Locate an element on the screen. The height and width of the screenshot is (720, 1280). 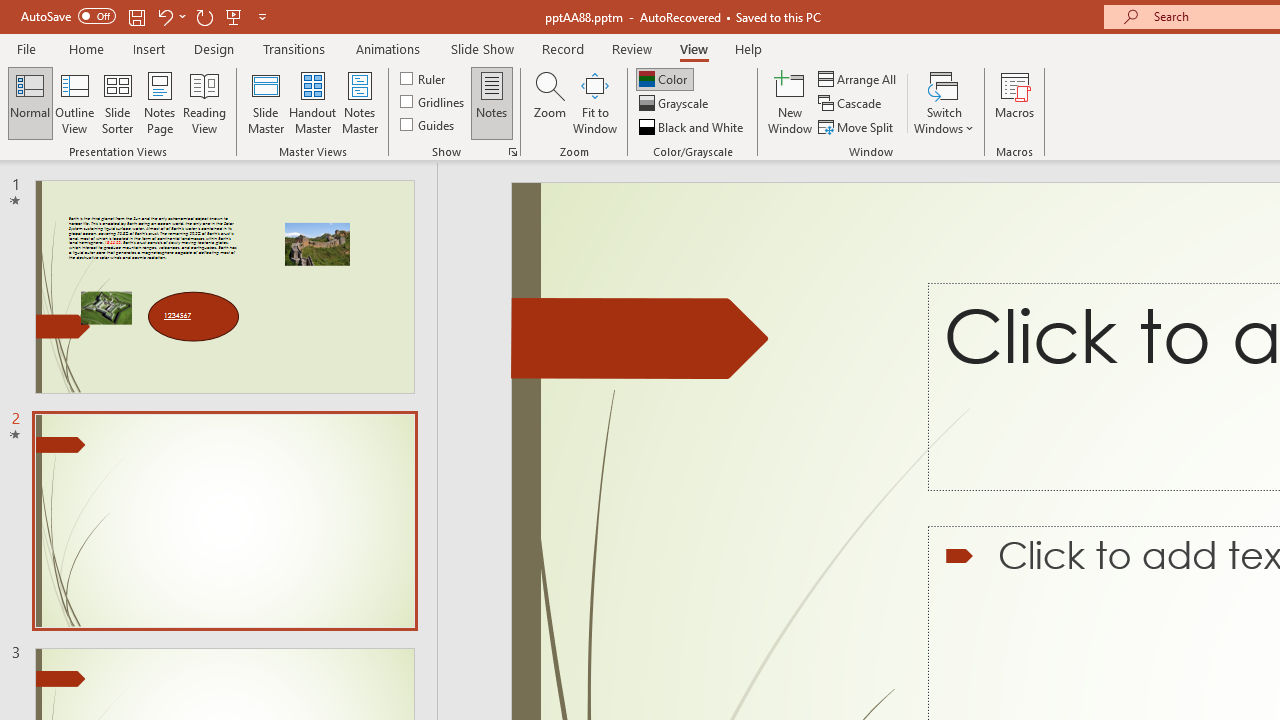
'Notes' is located at coordinates (492, 103).